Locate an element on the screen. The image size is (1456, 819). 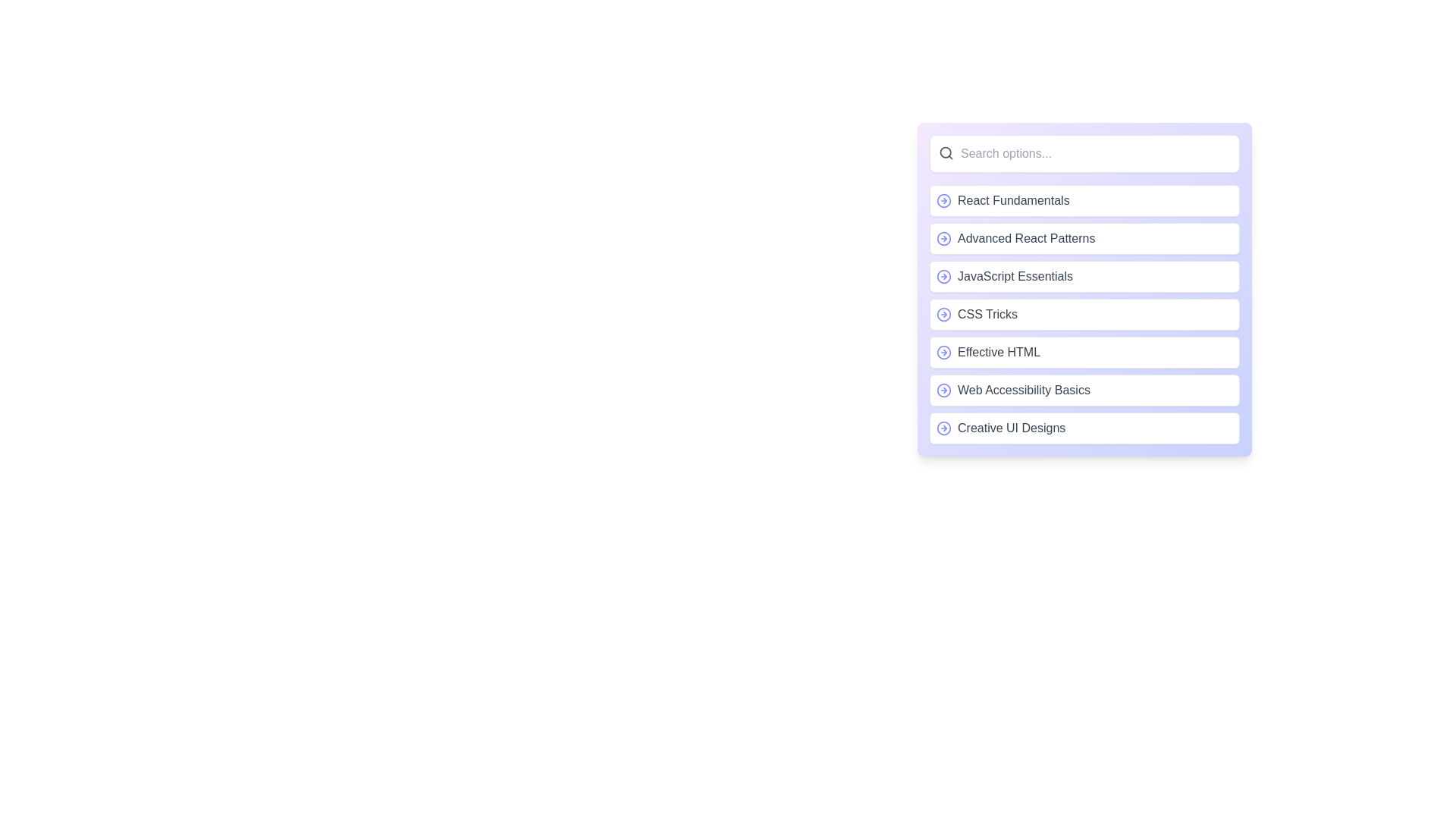
the Graphical Icon Component is located at coordinates (943, 200).